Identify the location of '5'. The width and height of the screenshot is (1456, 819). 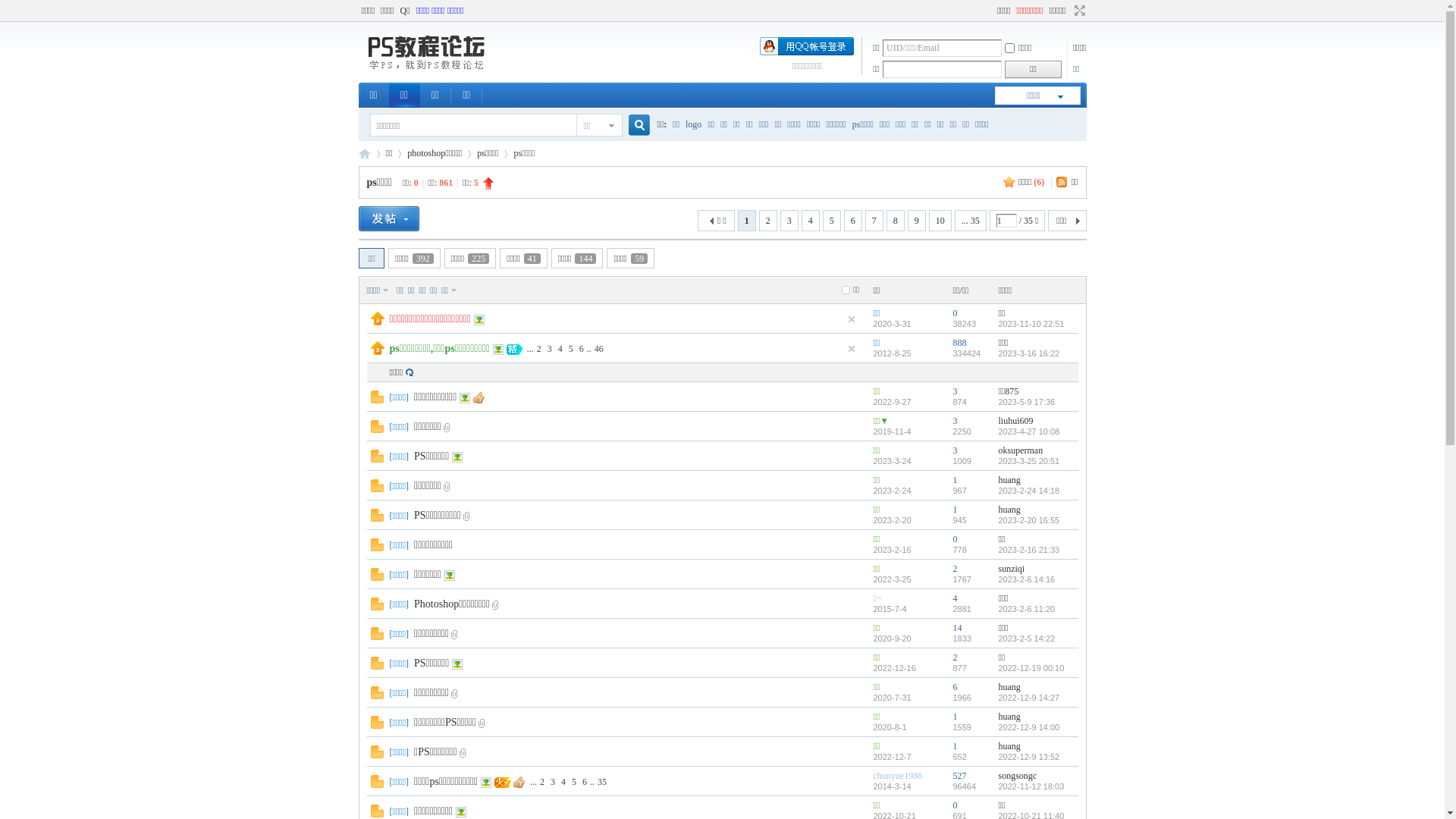
(573, 781).